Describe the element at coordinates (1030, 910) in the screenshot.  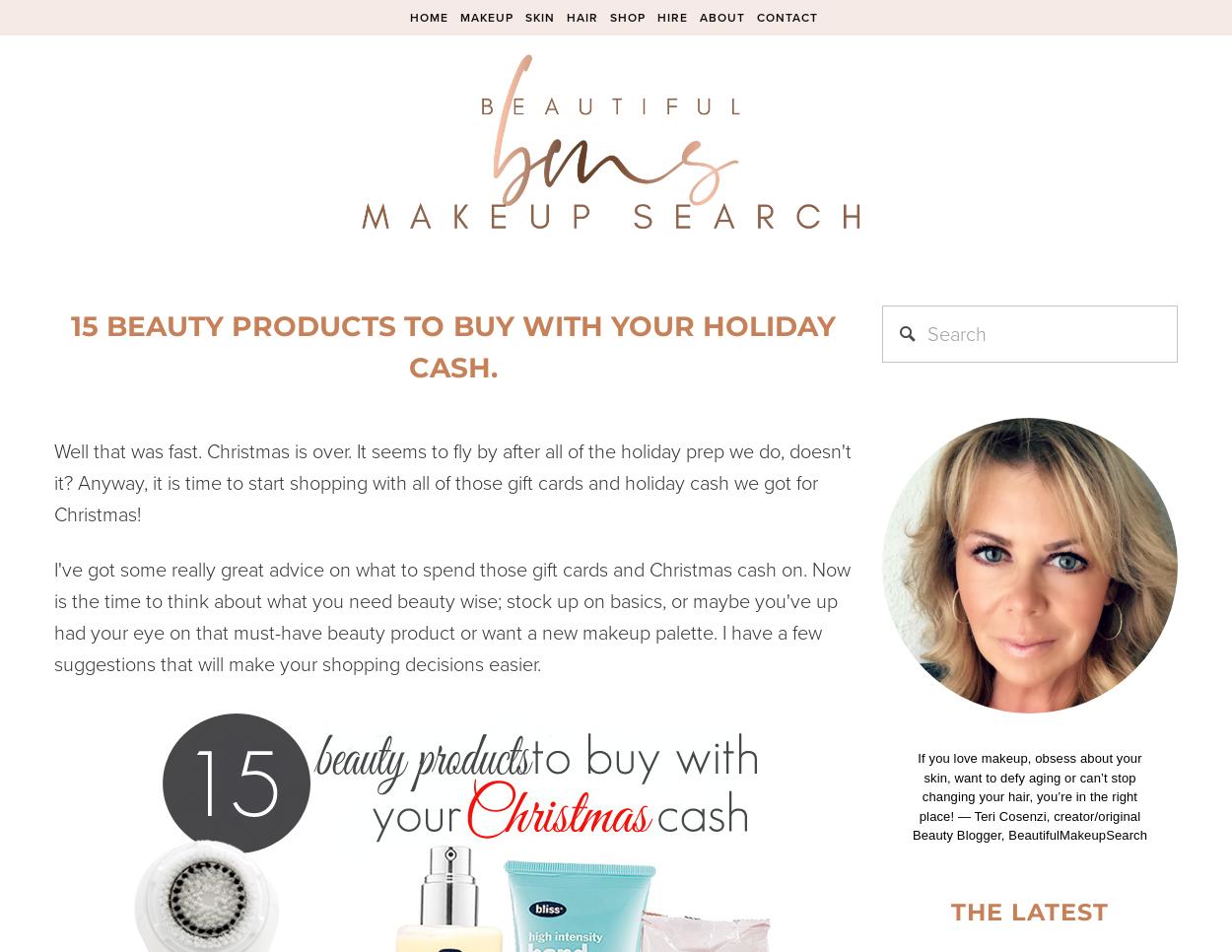
I see `'THE LATEST'` at that location.